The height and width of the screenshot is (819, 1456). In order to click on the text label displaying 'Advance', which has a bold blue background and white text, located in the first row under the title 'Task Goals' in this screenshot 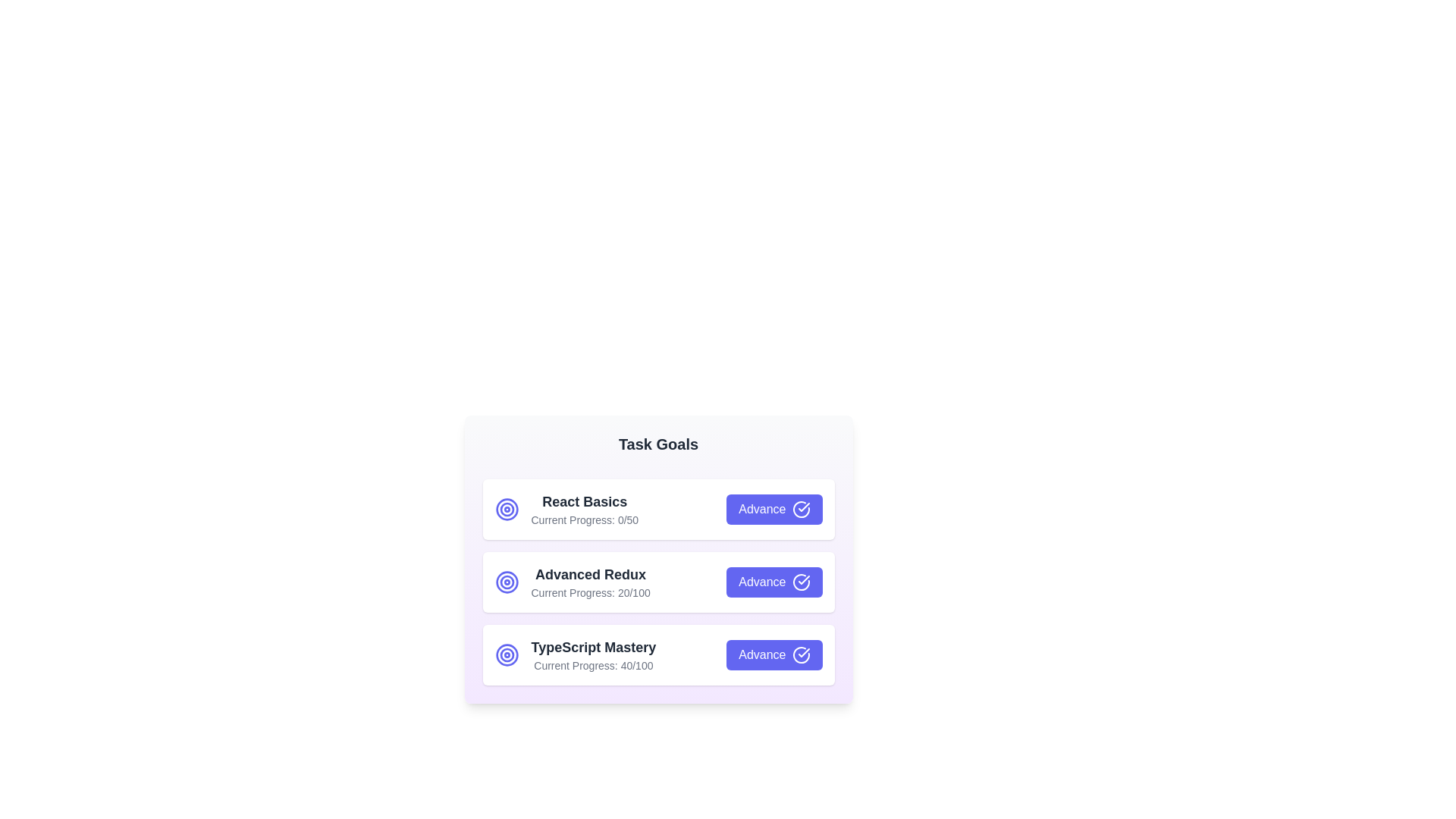, I will do `click(762, 509)`.